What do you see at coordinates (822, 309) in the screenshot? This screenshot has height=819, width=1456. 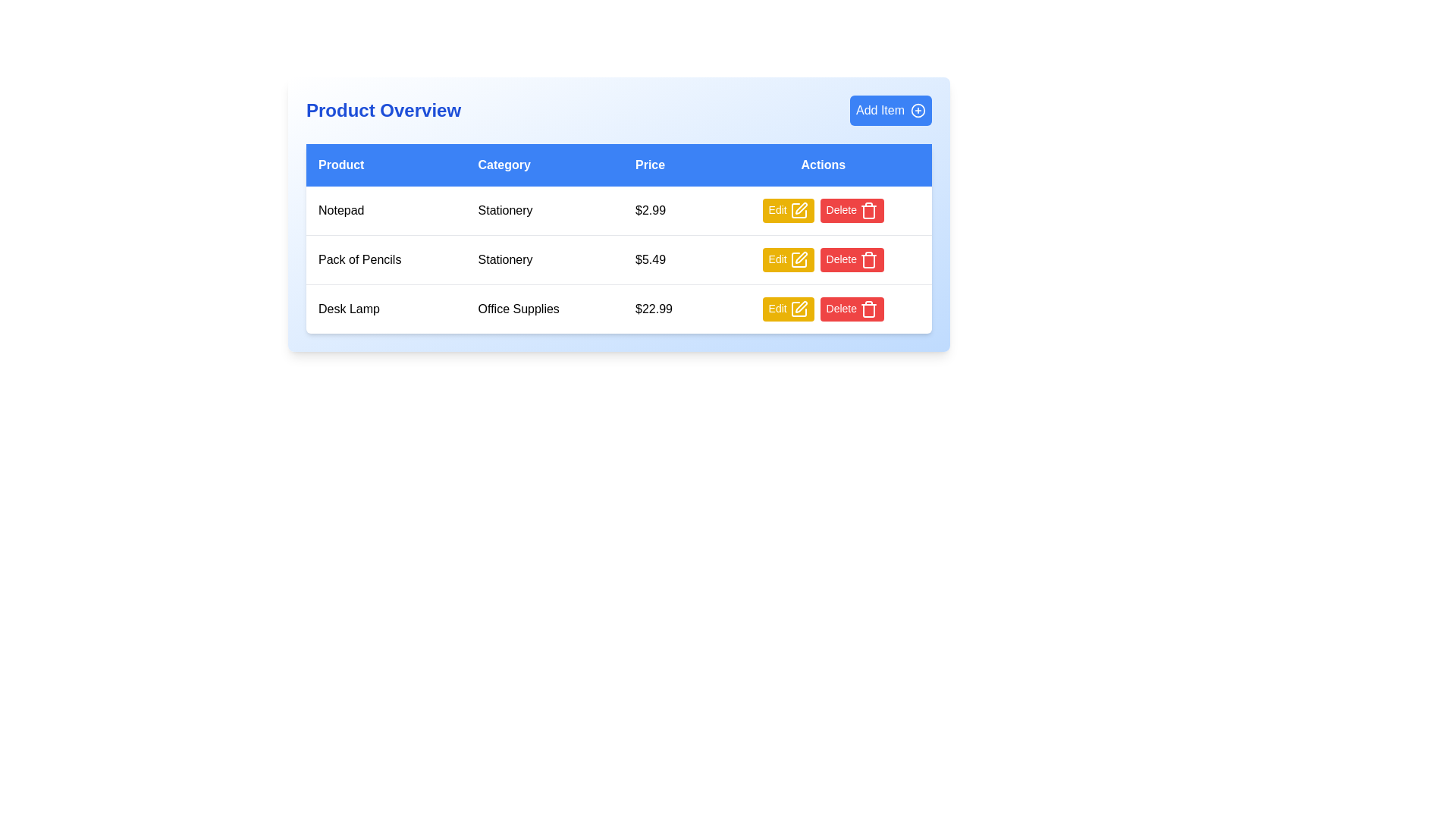 I see `the 'Delete' button in the button group located in the last row of the product table, styled with a red background and white text` at bounding box center [822, 309].